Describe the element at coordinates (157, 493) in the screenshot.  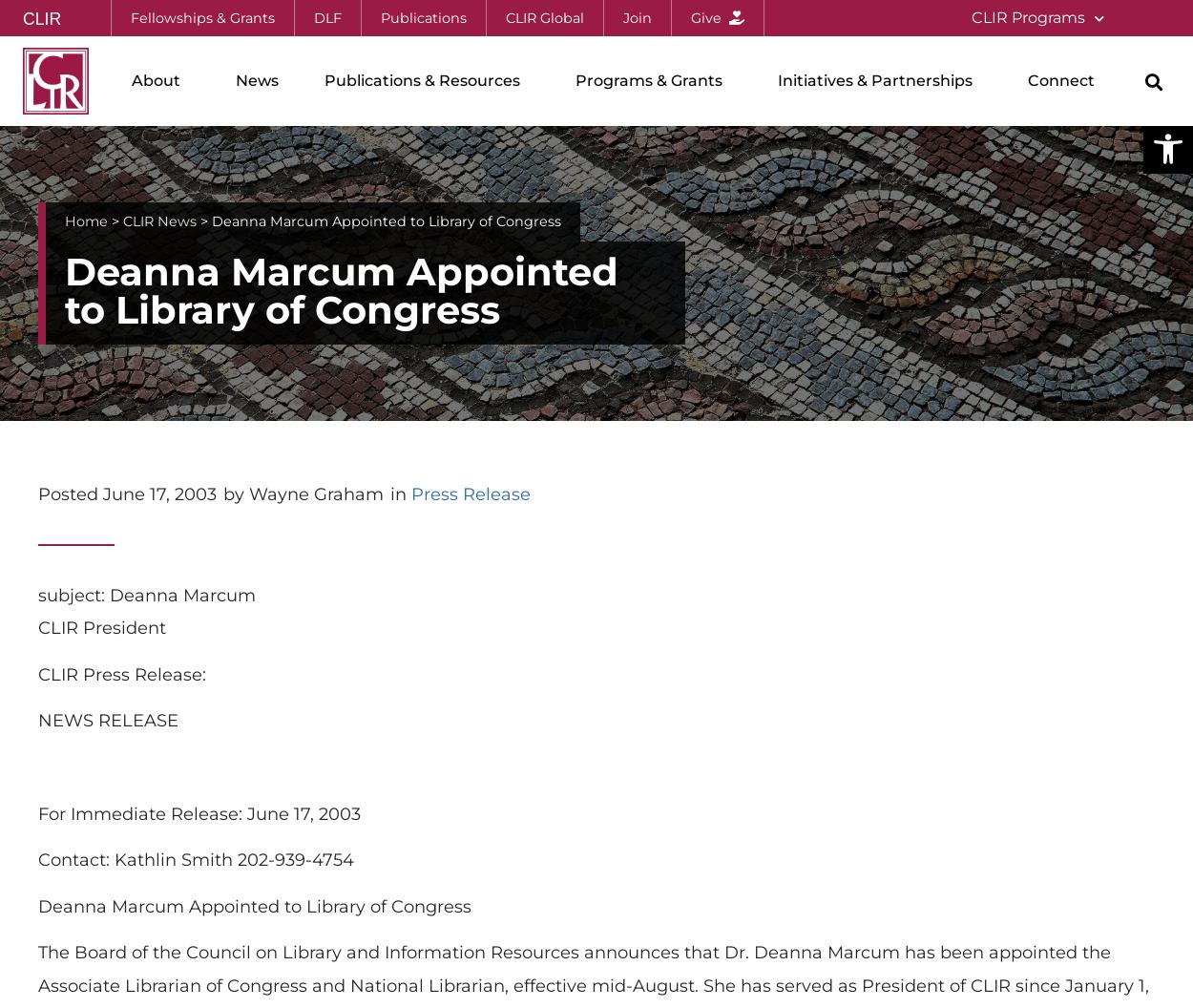
I see `'June 17, 2003'` at that location.